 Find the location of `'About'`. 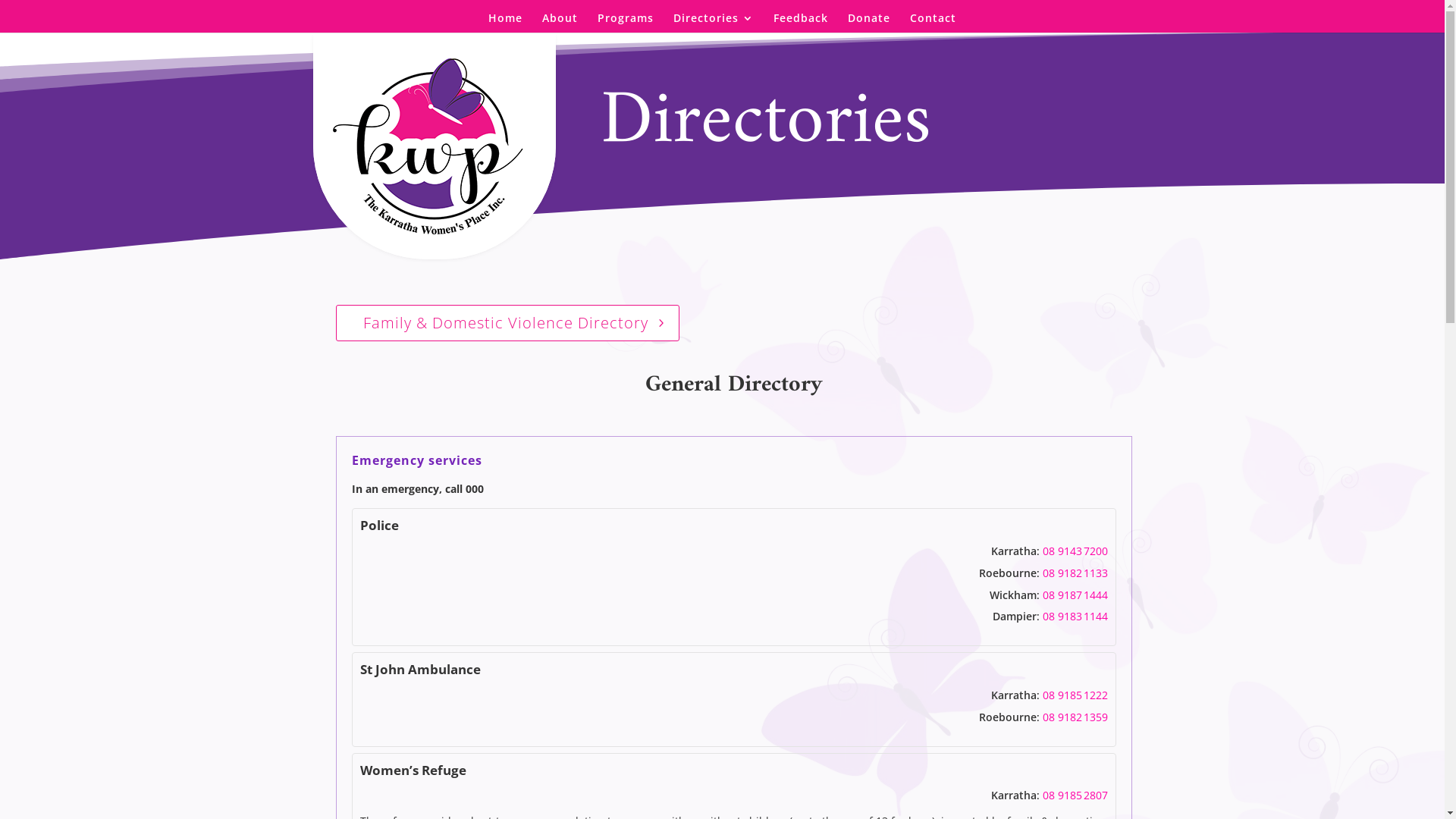

'About' is located at coordinates (542, 23).